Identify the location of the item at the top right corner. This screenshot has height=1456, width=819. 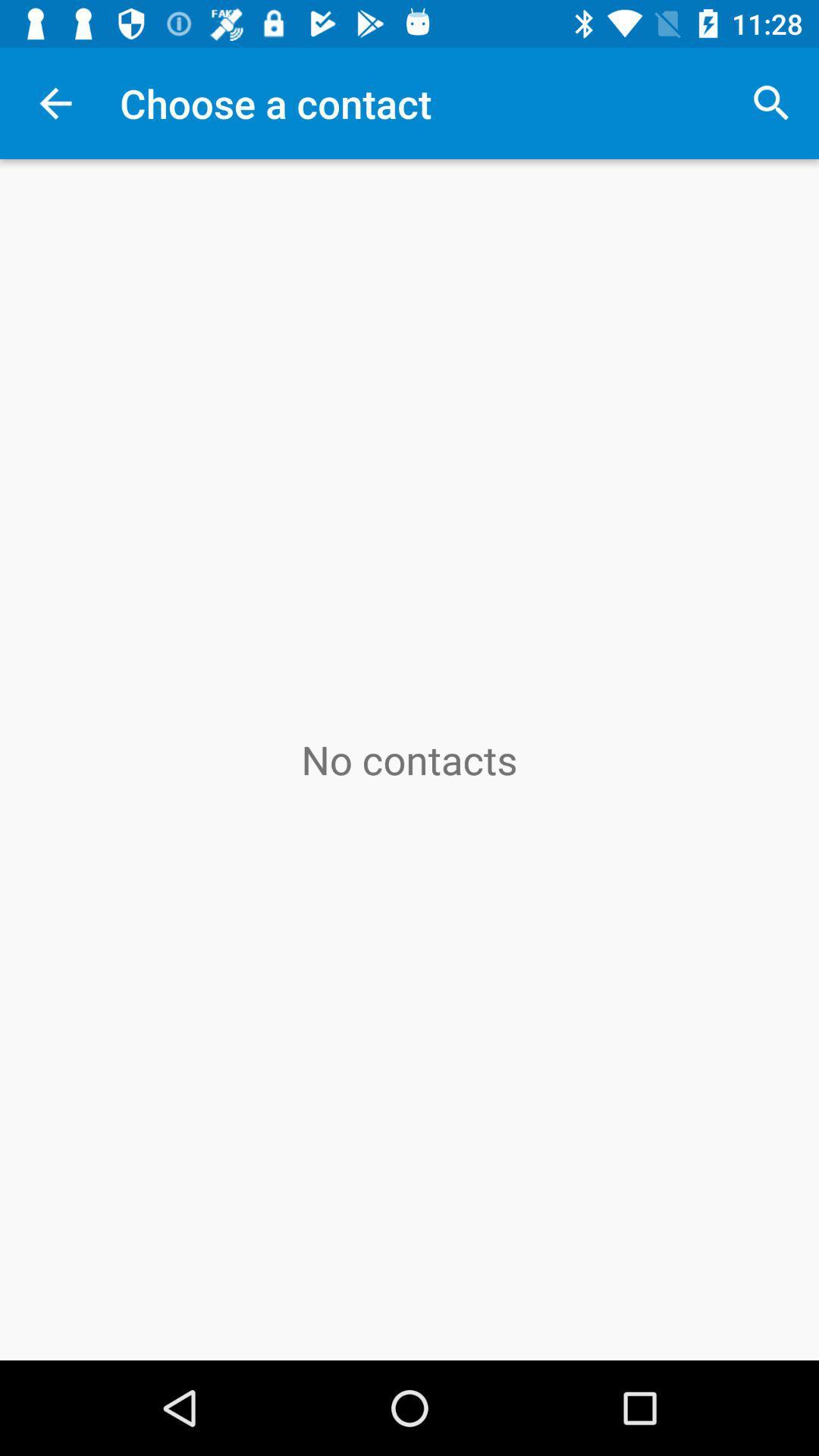
(771, 102).